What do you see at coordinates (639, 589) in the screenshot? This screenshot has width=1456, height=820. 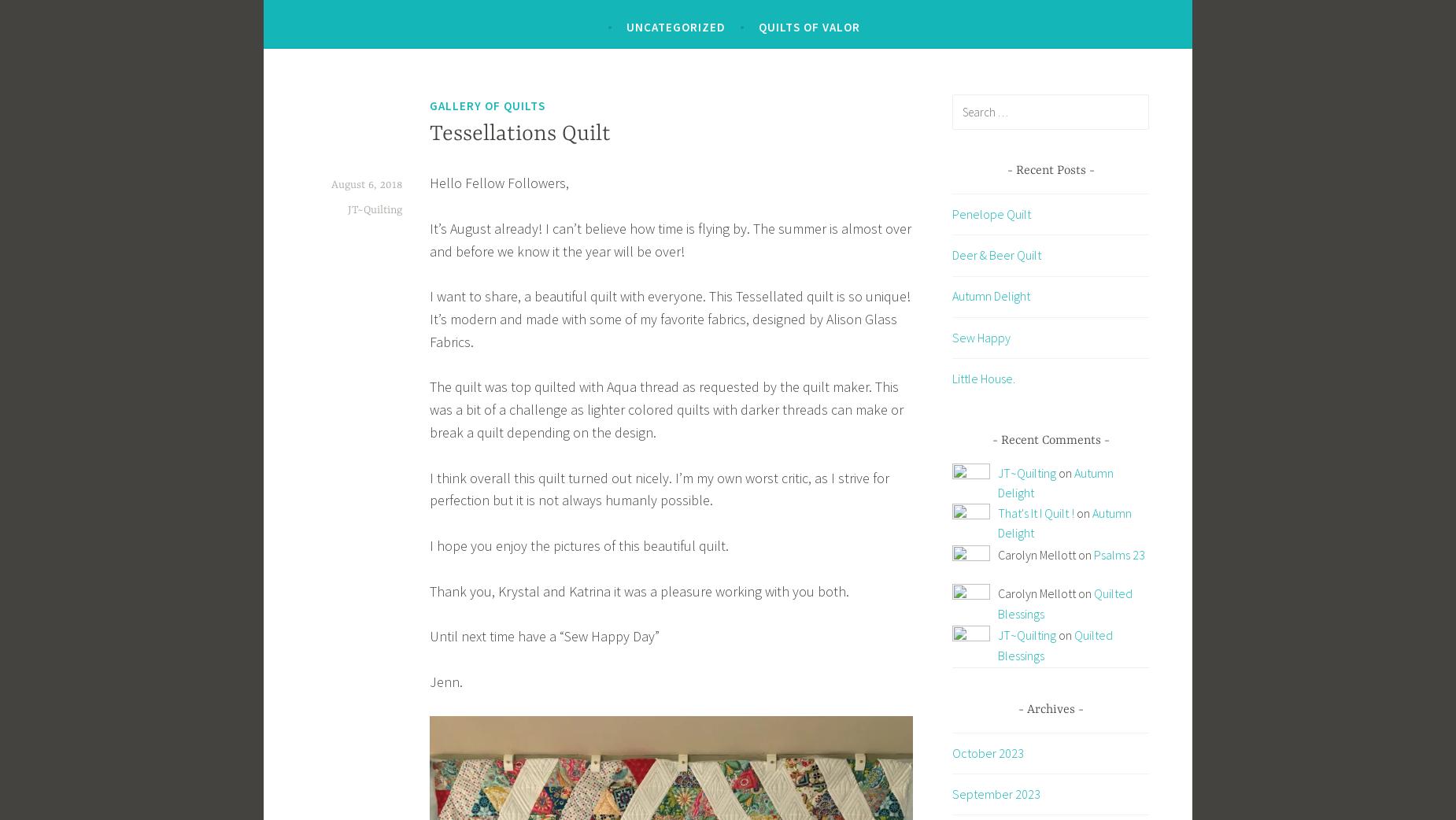 I see `'Thank you, Krystal and Katrina it was a pleasure working with you both.'` at bounding box center [639, 589].